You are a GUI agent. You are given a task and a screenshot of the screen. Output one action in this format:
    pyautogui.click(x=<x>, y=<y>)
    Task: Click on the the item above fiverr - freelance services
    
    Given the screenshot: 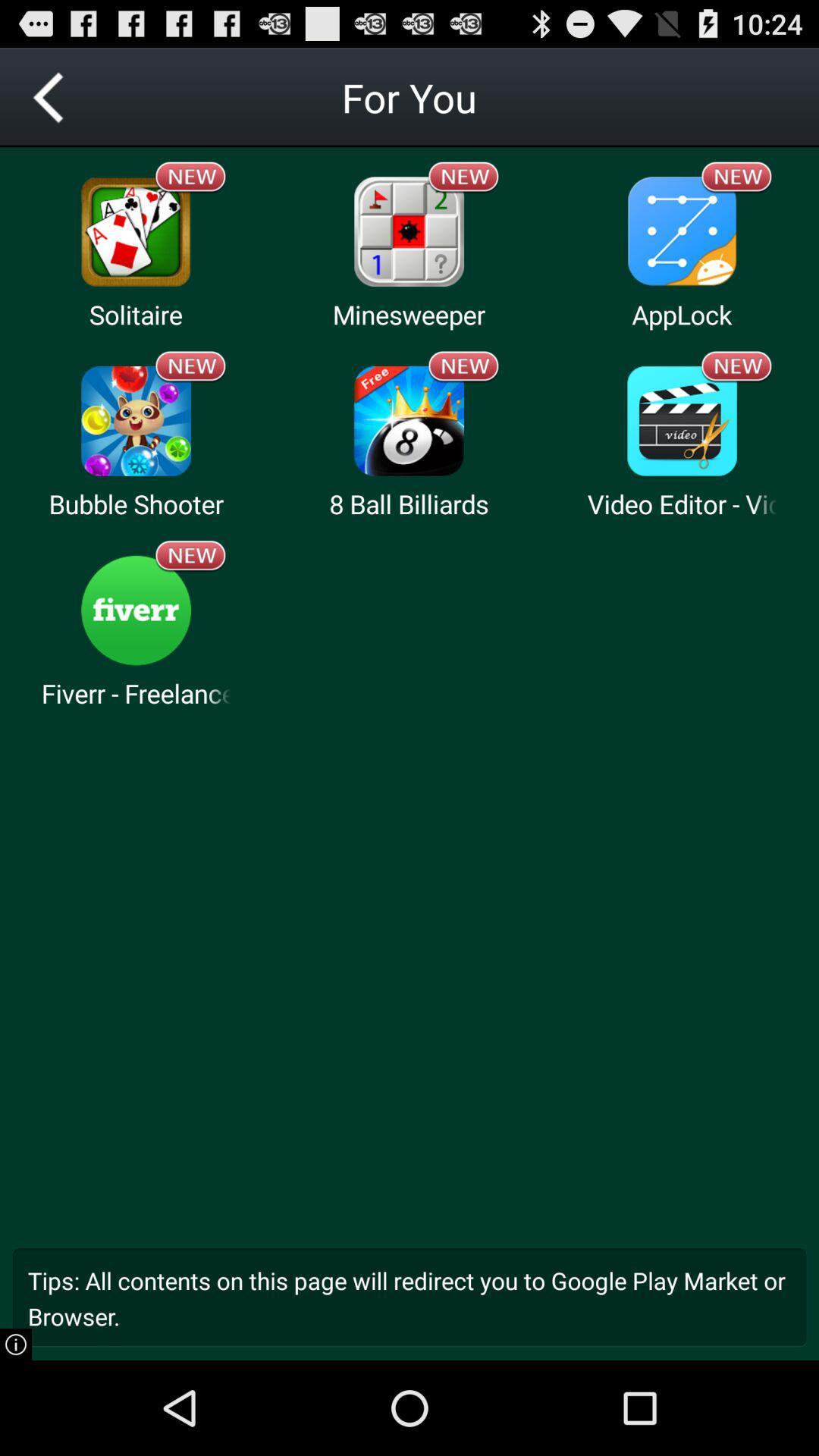 What is the action you would take?
    pyautogui.click(x=135, y=610)
    